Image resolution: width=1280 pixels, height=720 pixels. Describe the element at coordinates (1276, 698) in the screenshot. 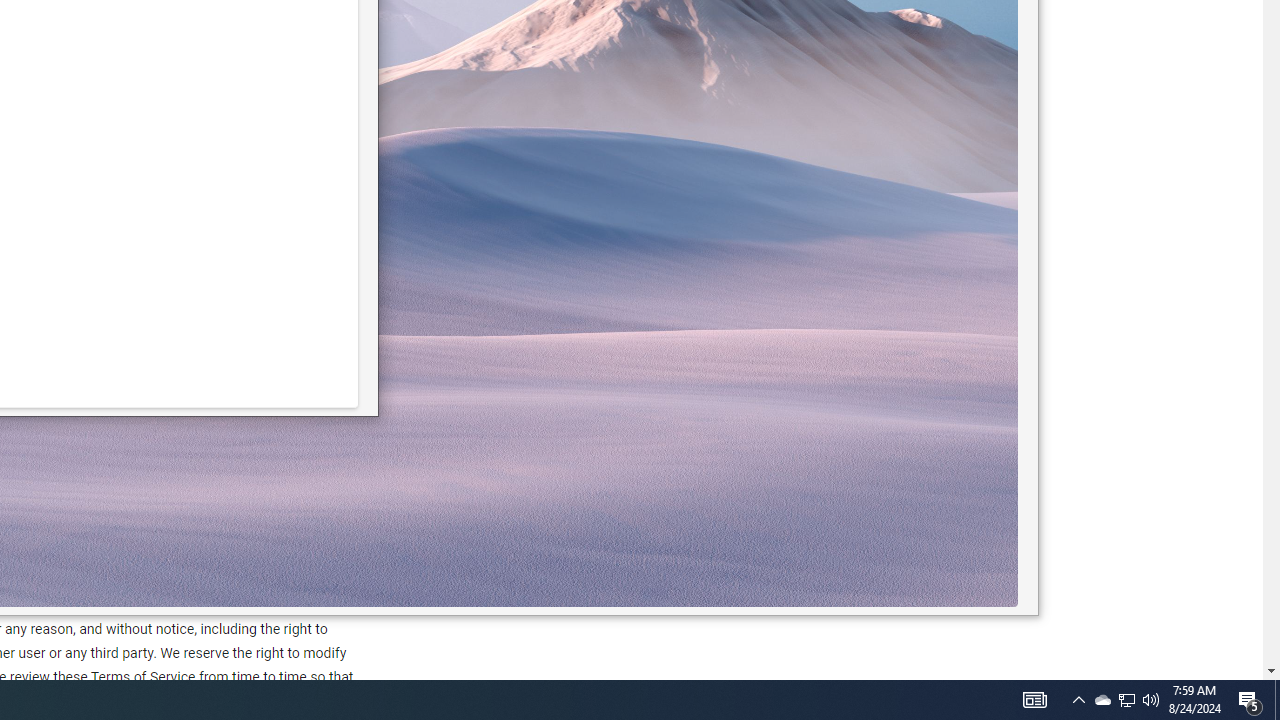

I see `'Action Center, 5 new notifications'` at that location.